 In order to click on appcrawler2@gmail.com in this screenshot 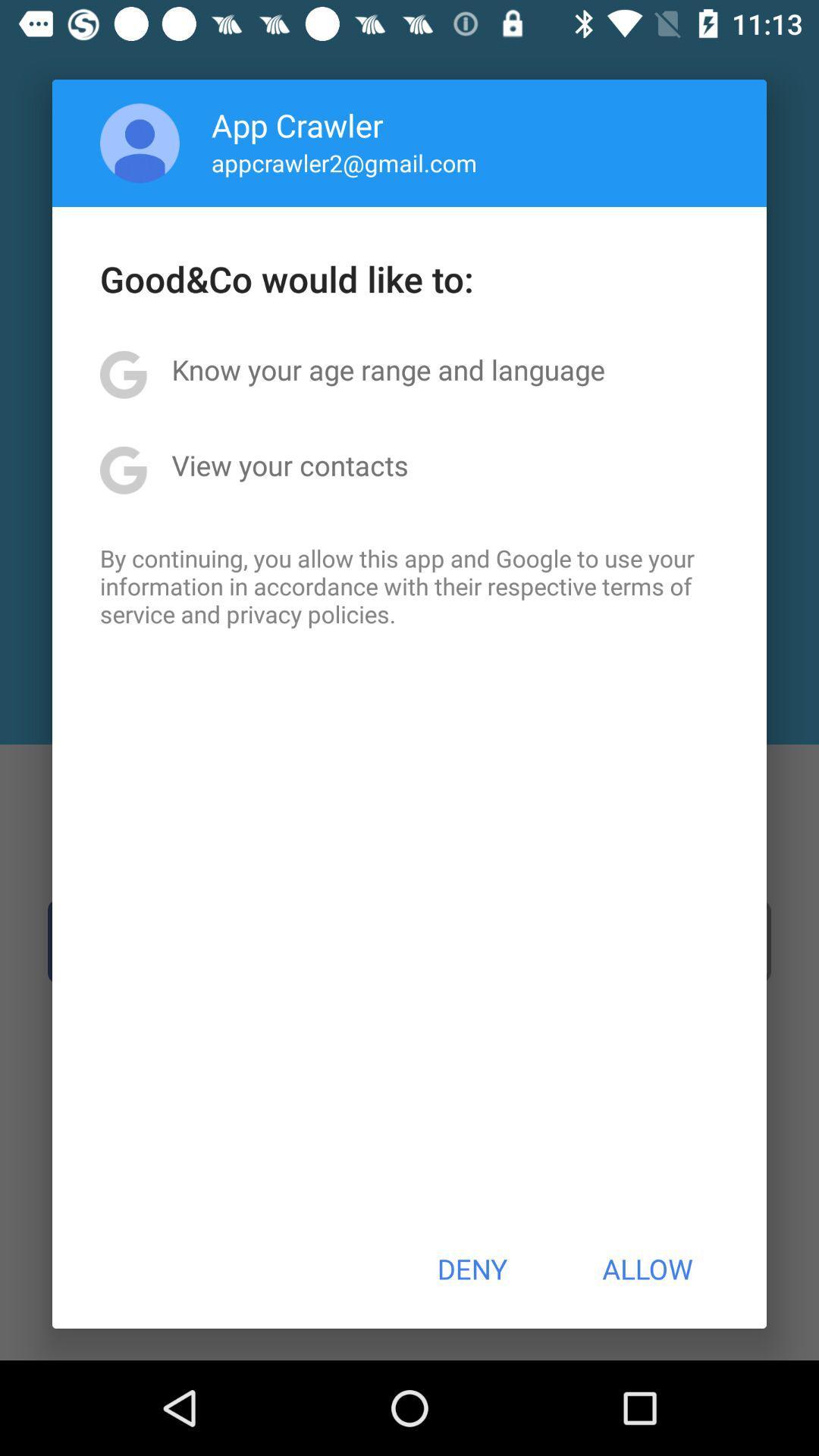, I will do `click(344, 162)`.